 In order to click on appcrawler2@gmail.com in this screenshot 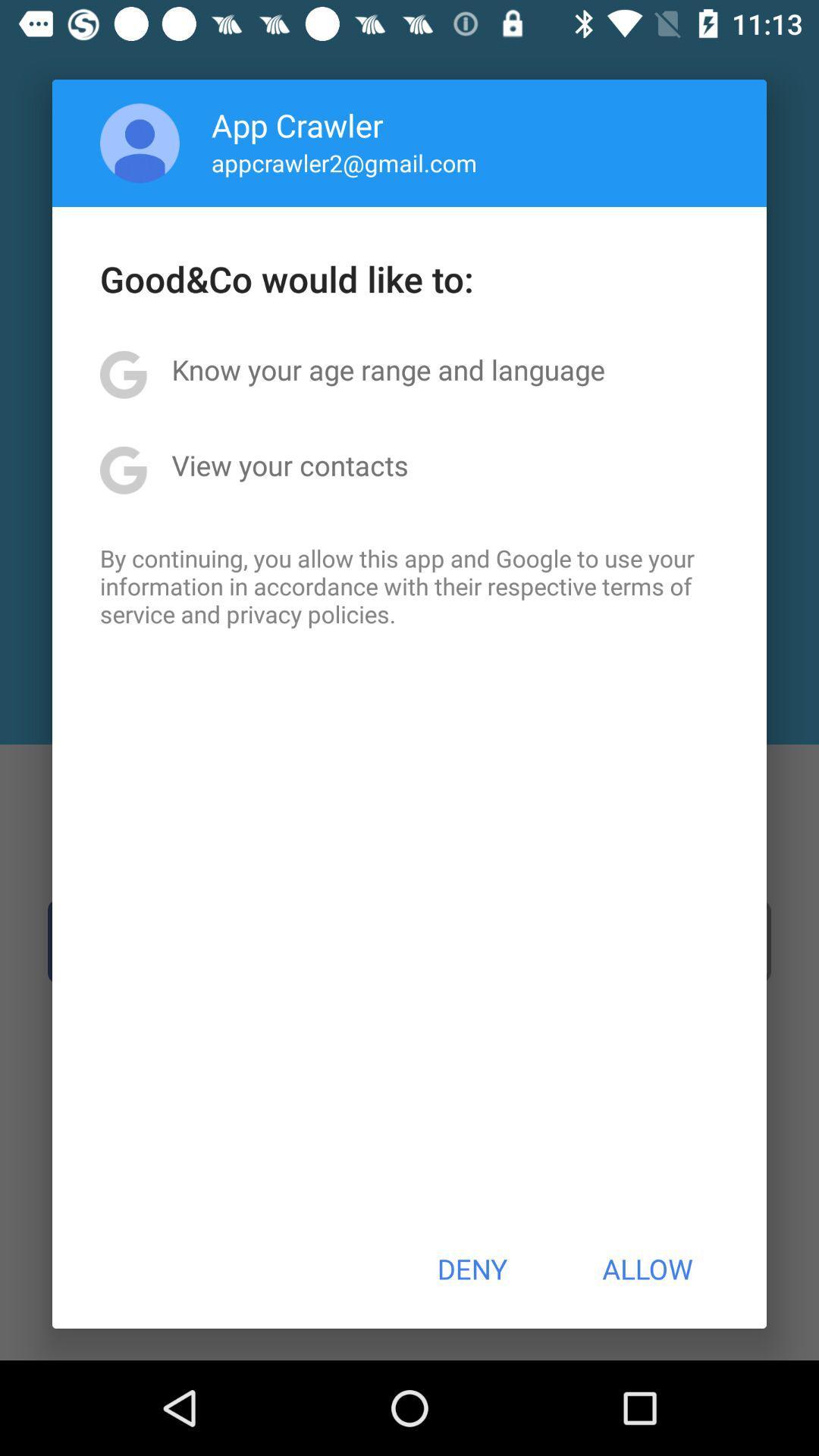, I will do `click(344, 162)`.